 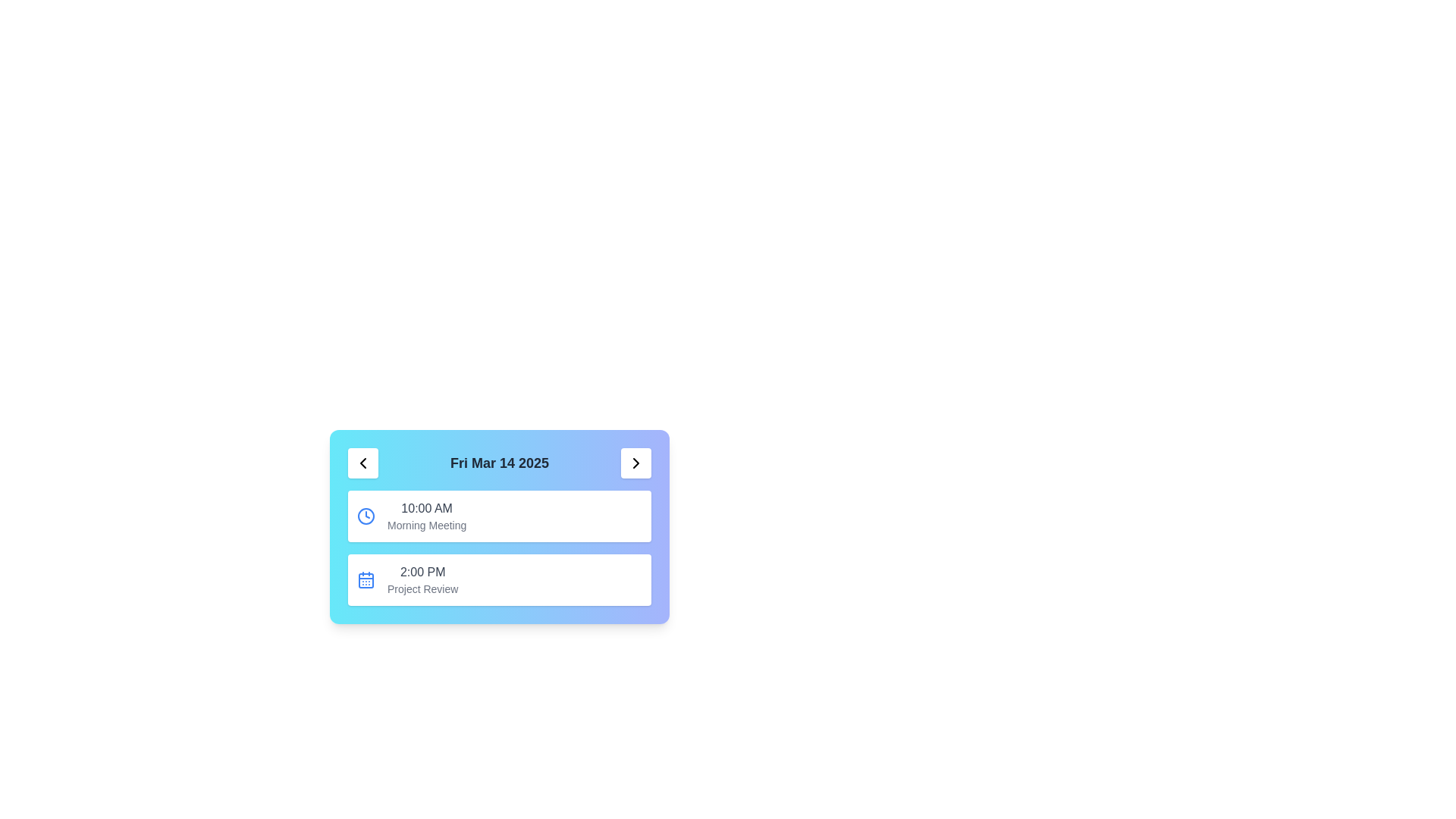 I want to click on the right arrow vector graphic element located in the top-right corner of the interface, so click(x=636, y=462).